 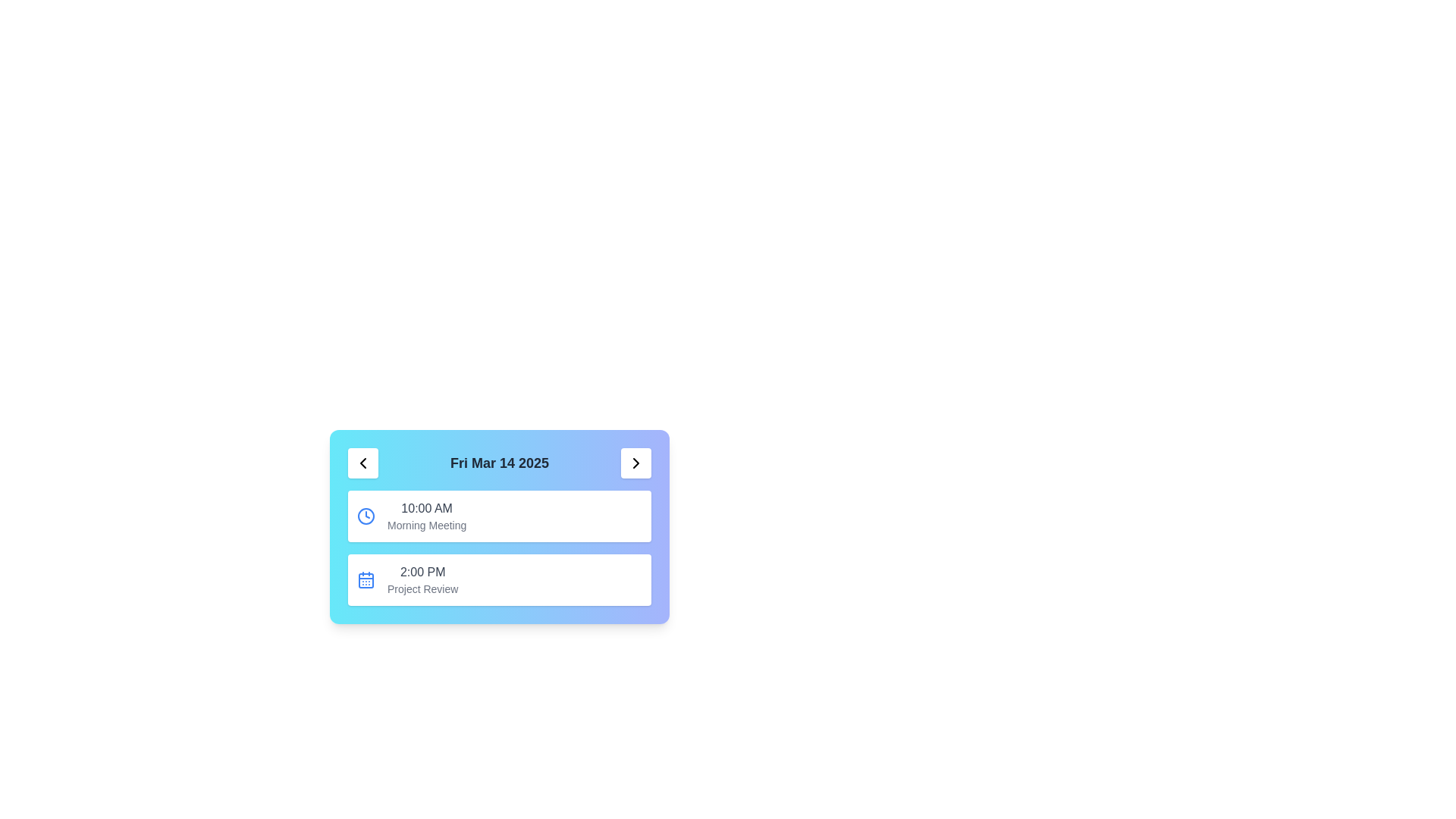 I want to click on the right arrow vector graphic element located in the top-right corner of the interface, so click(x=636, y=462).